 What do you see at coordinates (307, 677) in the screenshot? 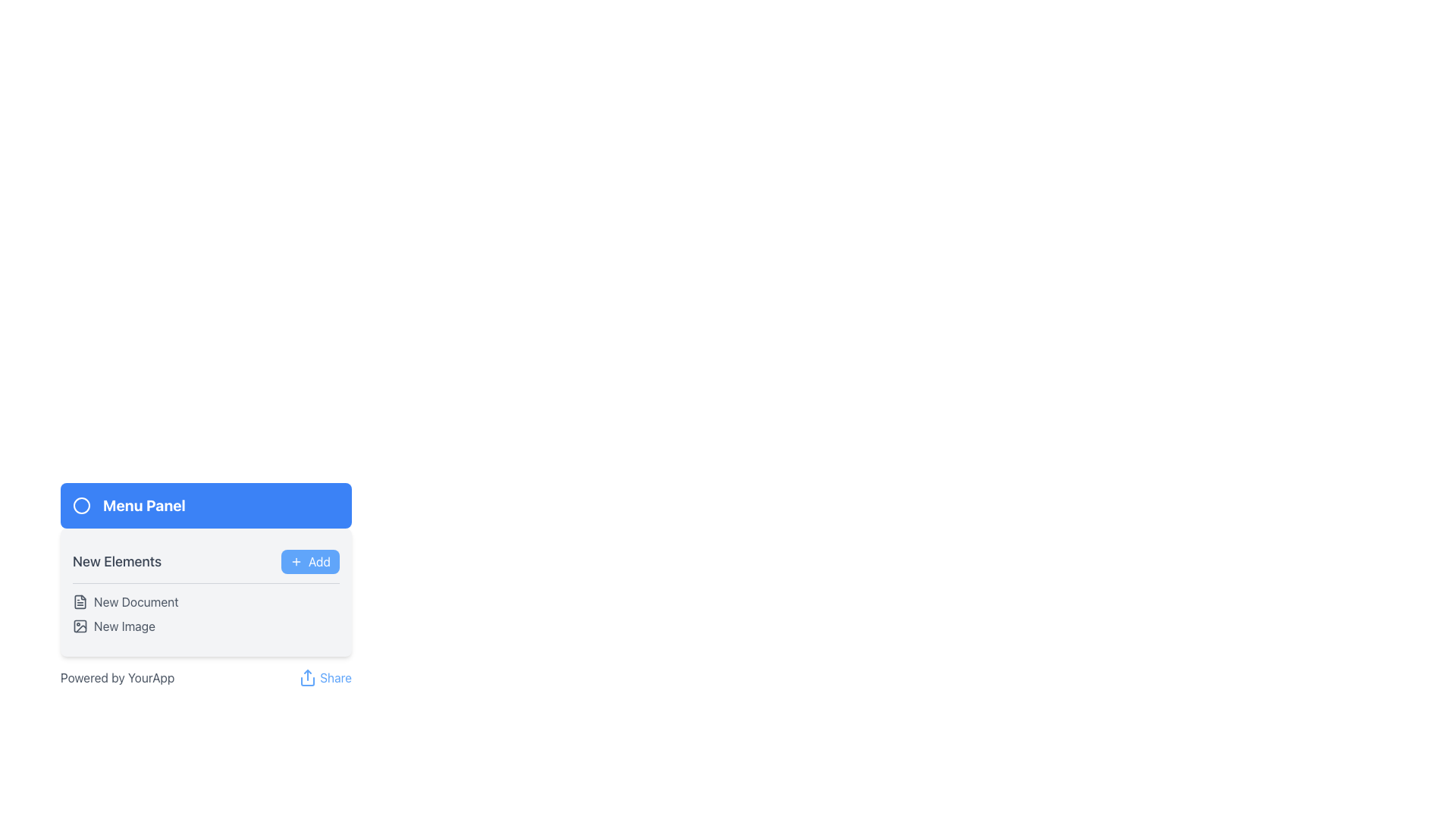
I see `the blue share icon, which features a vertical arrow pointing upwards from a horizontal base within an outlined square-like structure` at bounding box center [307, 677].